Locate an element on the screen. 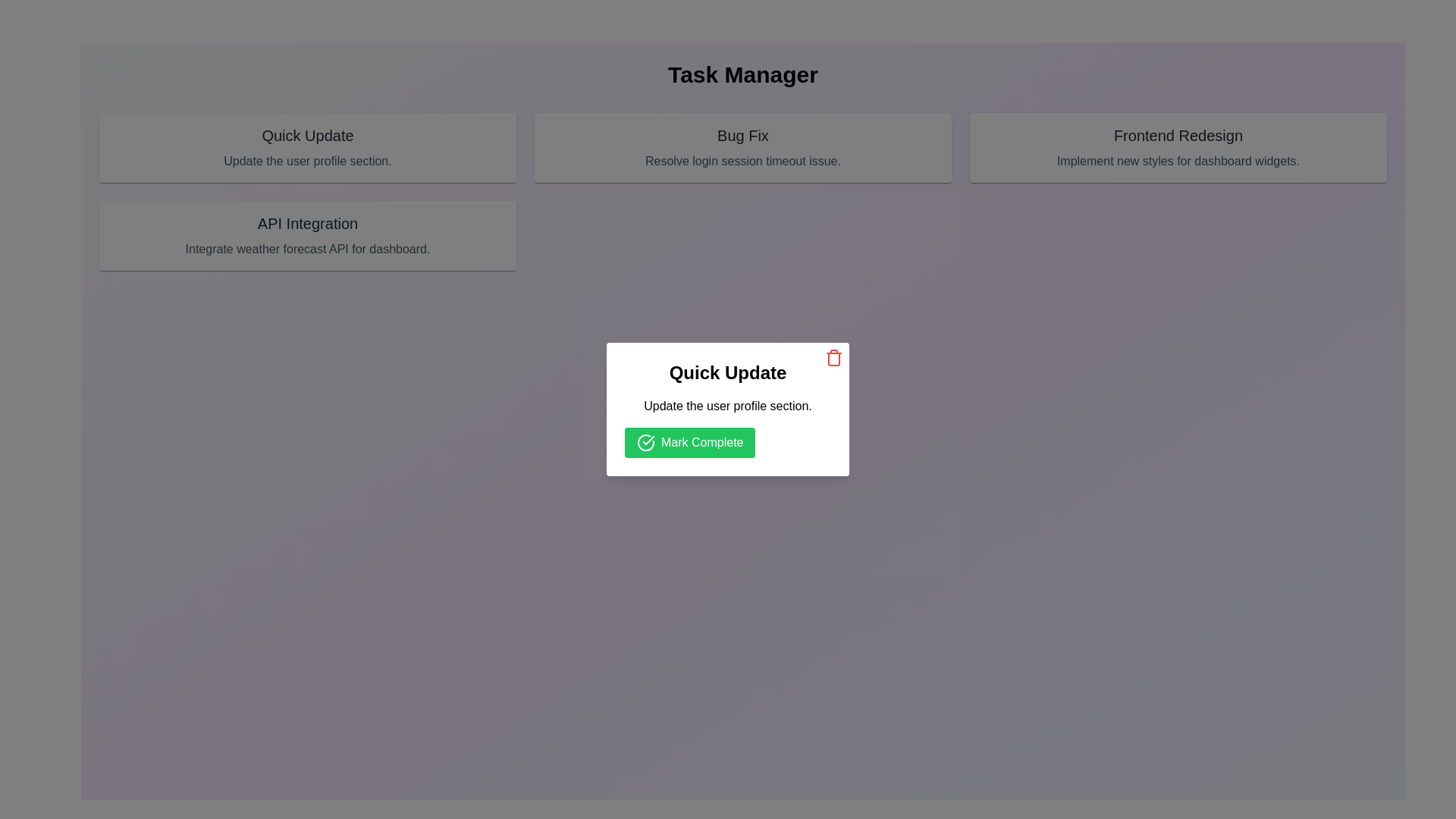 The width and height of the screenshot is (1456, 819). the static text label that reads 'Integrate weather forecast API for dashboard.' which is located beneath the title 'API Integration' in the bottom section of the card is located at coordinates (307, 248).